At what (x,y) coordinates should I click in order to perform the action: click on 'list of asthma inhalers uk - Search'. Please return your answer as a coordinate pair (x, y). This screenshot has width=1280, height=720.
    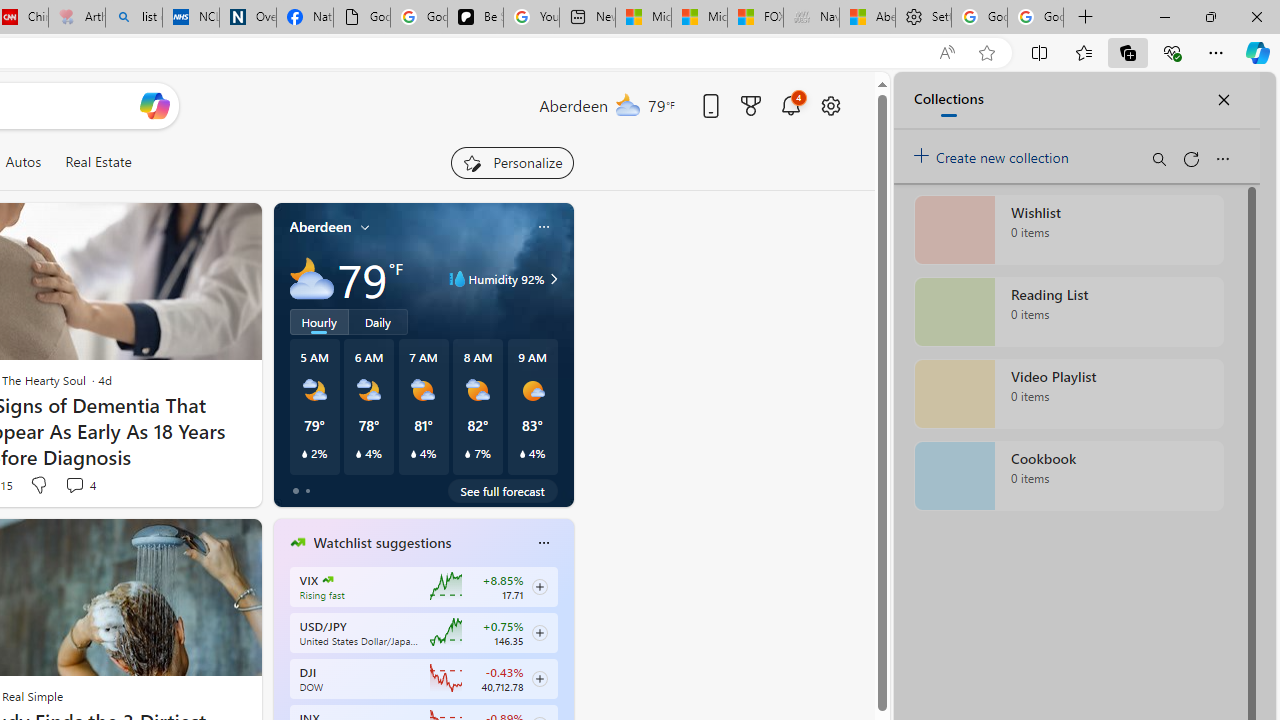
    Looking at the image, I should click on (133, 17).